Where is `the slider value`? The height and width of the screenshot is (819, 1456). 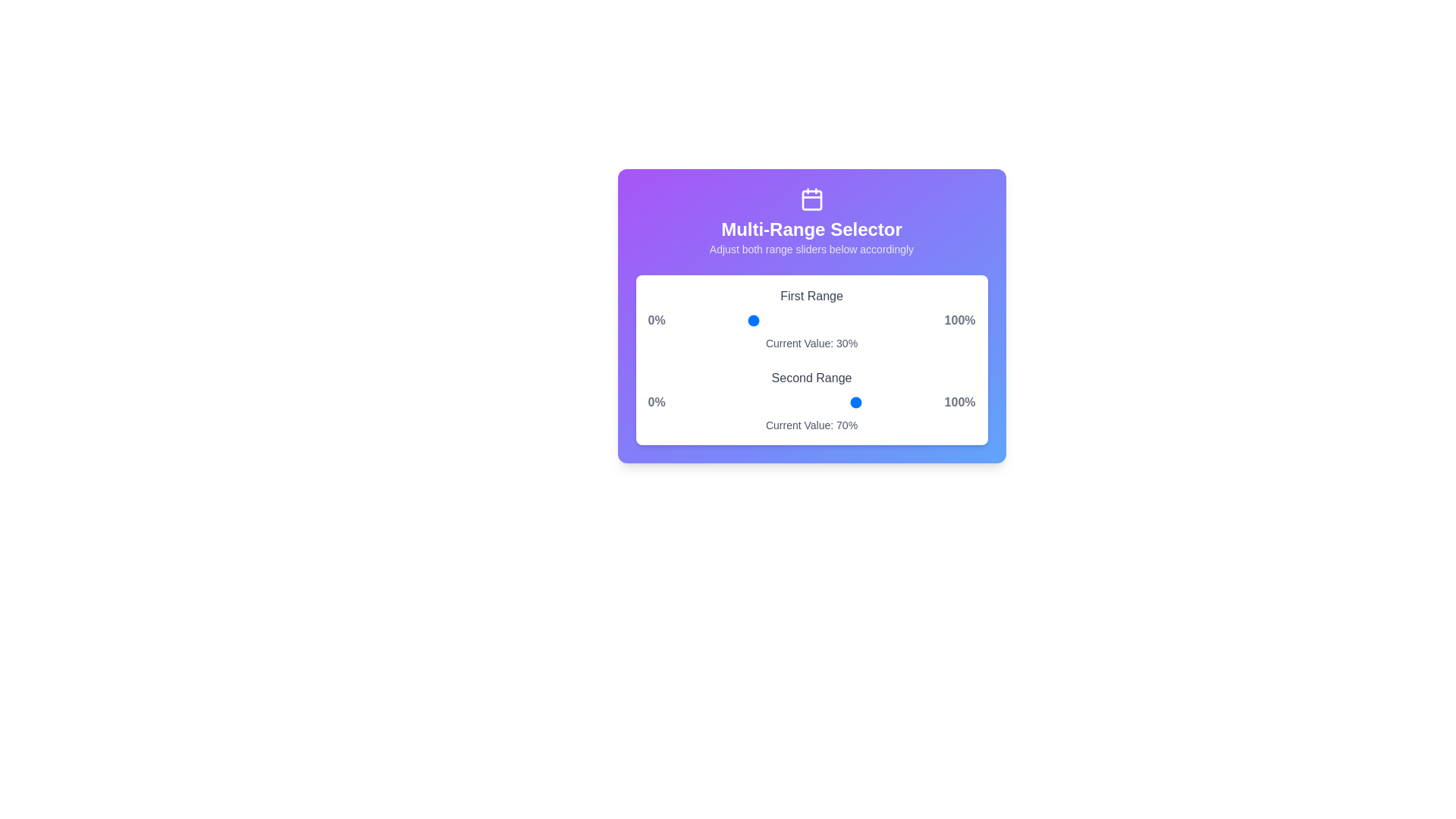 the slider value is located at coordinates (681, 320).